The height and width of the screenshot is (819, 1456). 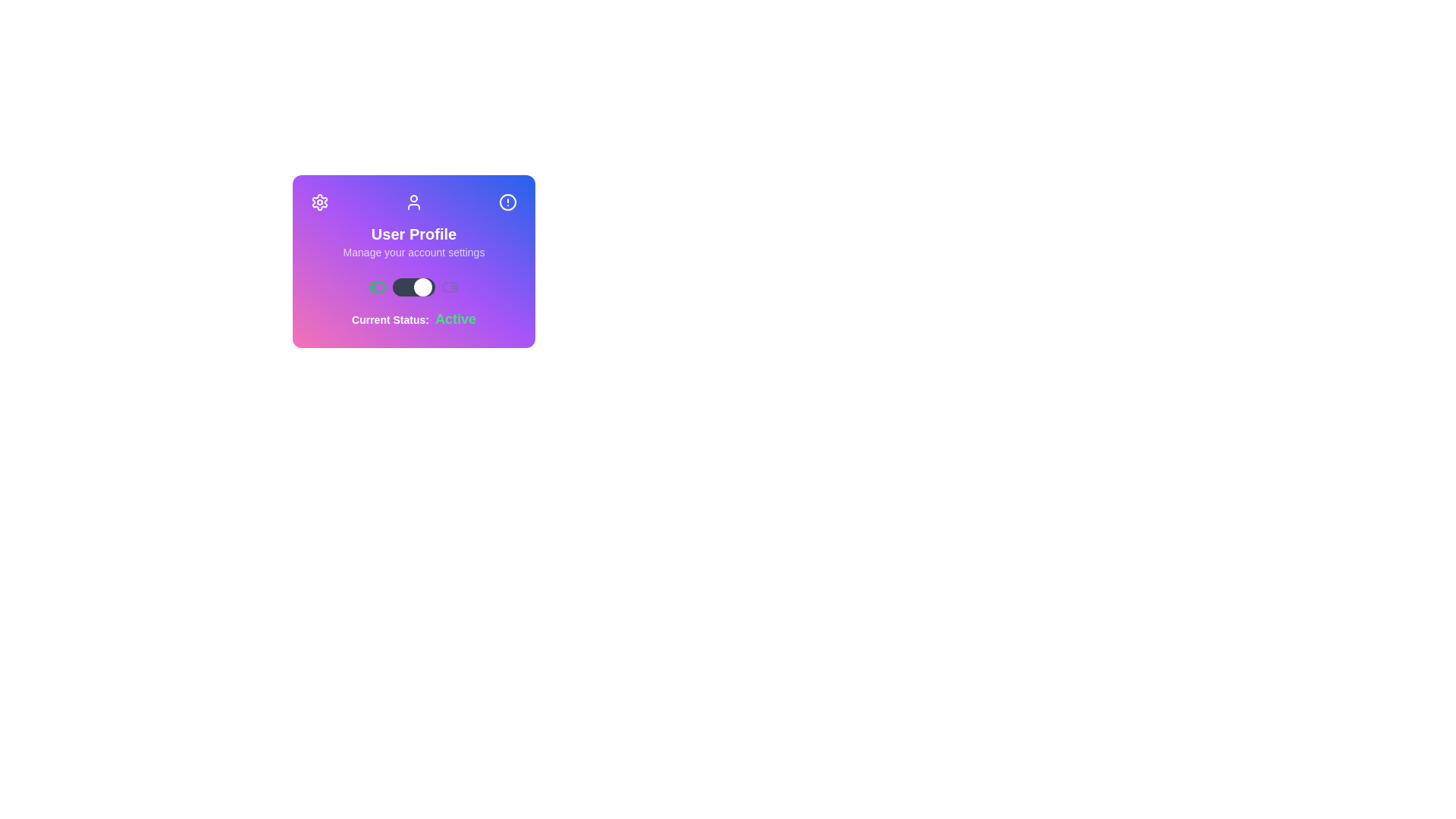 What do you see at coordinates (414, 251) in the screenshot?
I see `the text label that says 'Manage your account settings', which is styled in a smaller font and positioned below the 'User Profile' label` at bounding box center [414, 251].